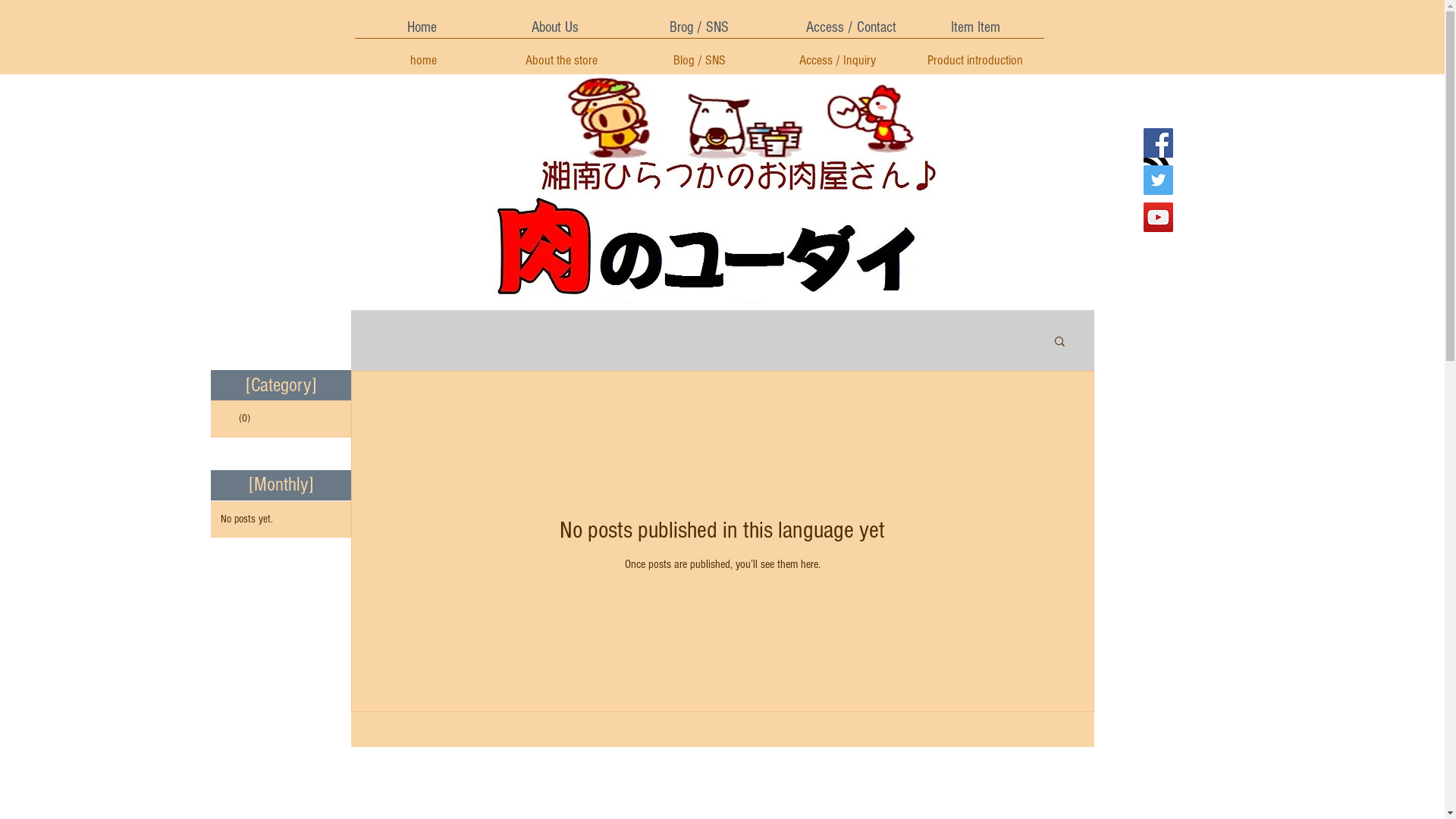  I want to click on 'Item Item', so click(975, 27).